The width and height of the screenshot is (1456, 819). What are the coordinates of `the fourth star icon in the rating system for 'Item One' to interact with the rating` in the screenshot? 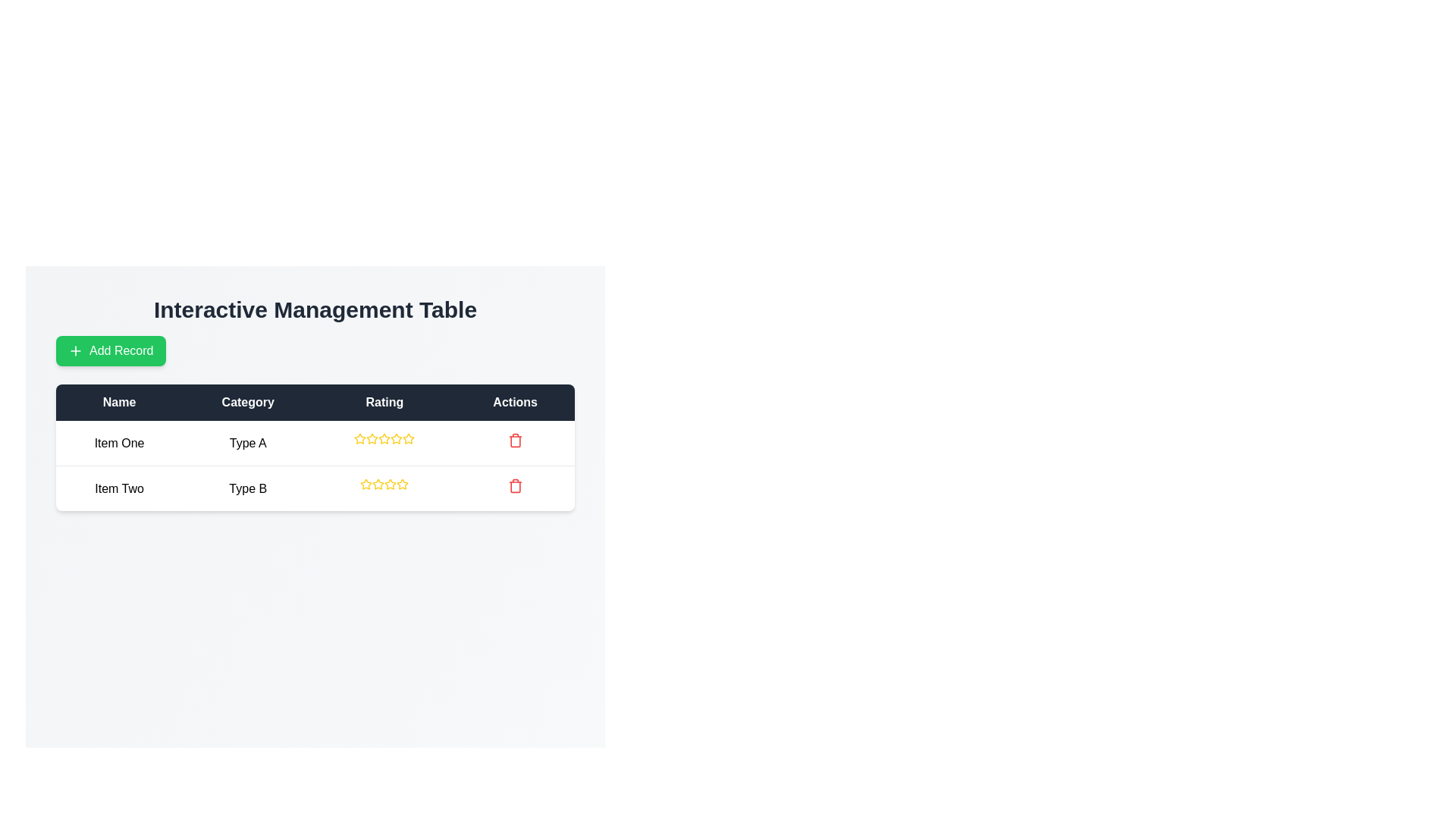 It's located at (384, 438).